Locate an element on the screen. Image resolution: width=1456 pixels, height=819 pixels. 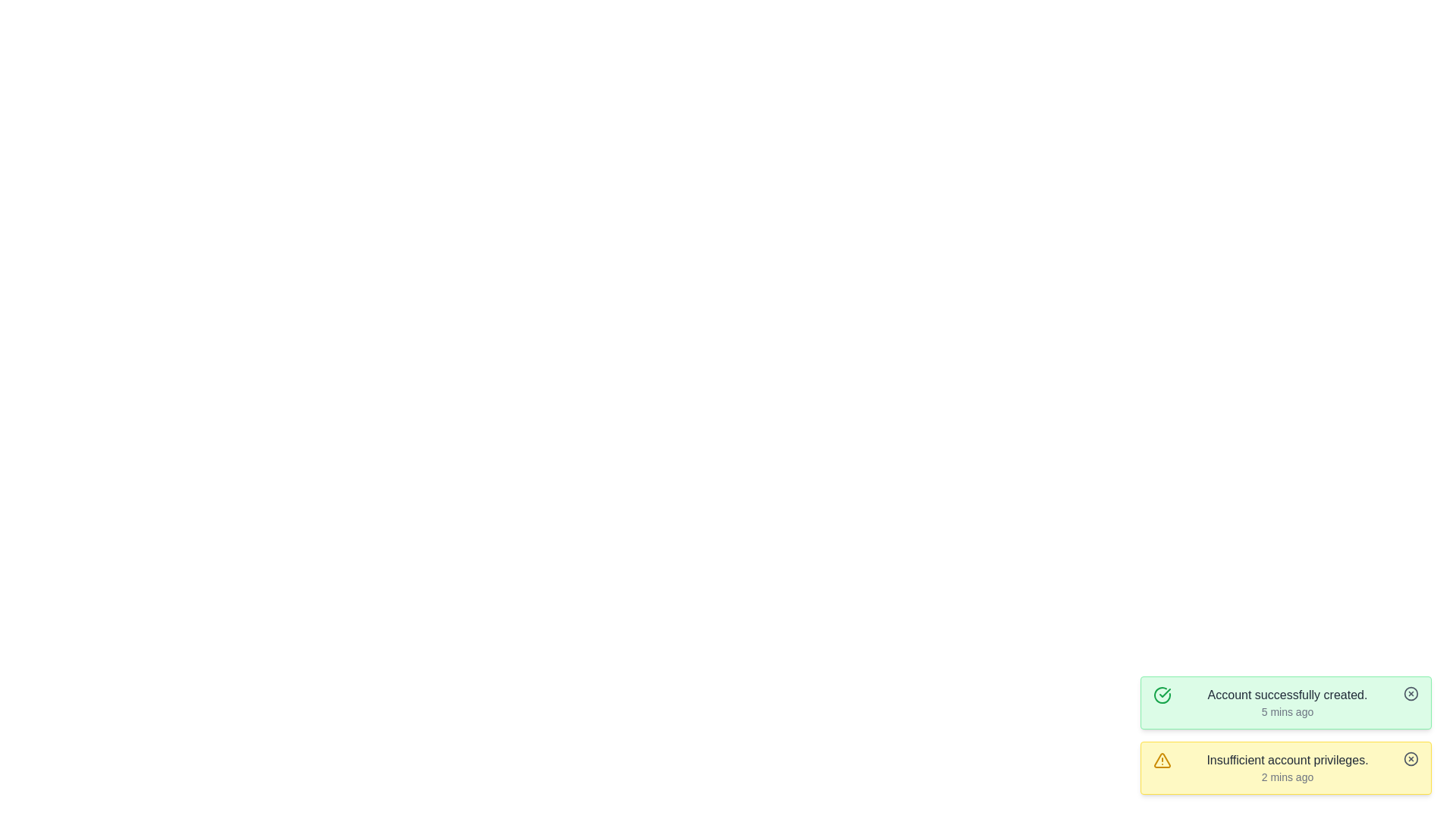
the small circular icon with a cross mark inside, located at the top-right corner of the yellow notification box is located at coordinates (1410, 759).